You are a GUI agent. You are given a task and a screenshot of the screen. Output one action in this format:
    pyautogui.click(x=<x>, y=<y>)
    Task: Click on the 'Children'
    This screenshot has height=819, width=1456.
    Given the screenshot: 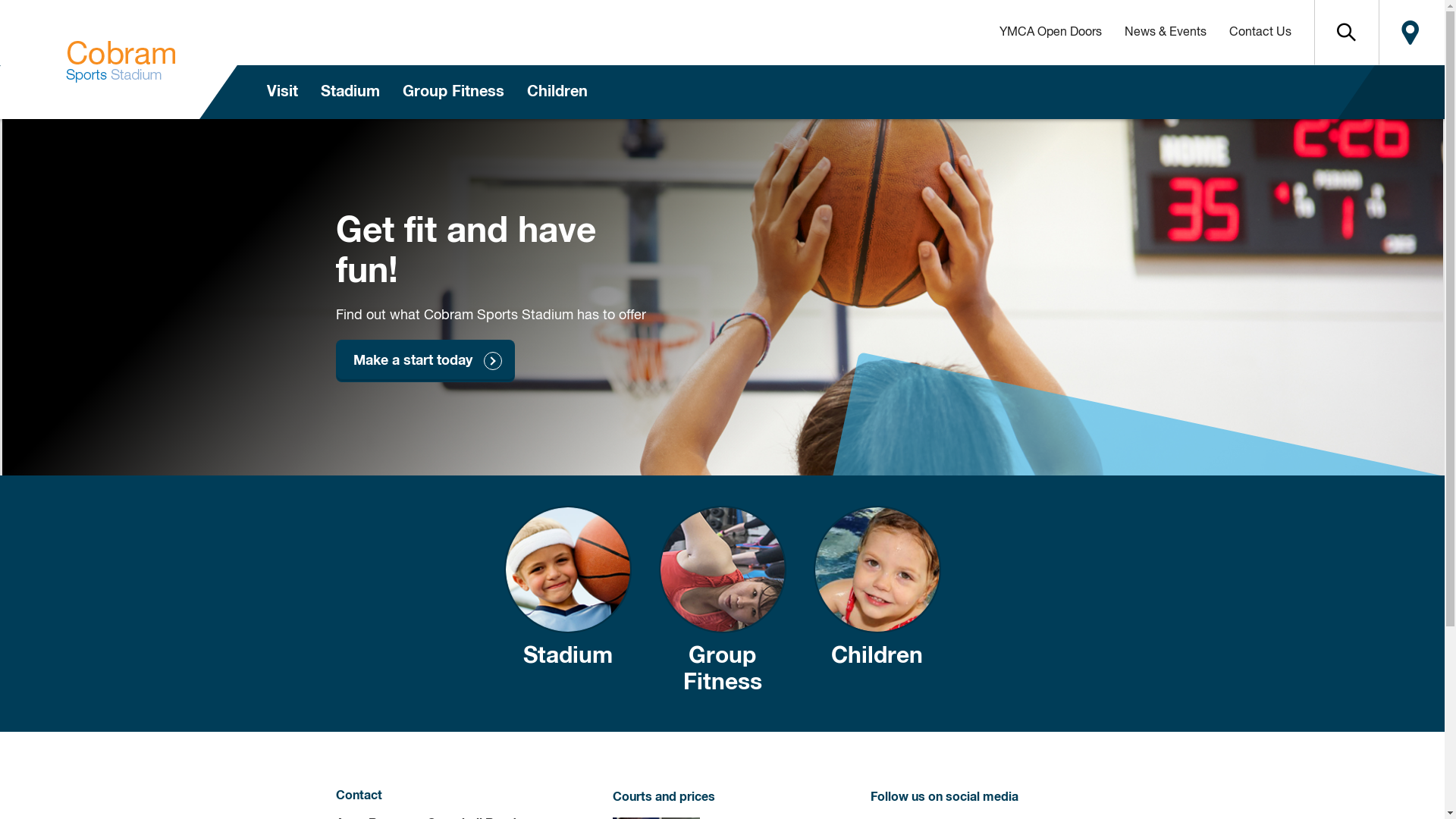 What is the action you would take?
    pyautogui.click(x=877, y=602)
    